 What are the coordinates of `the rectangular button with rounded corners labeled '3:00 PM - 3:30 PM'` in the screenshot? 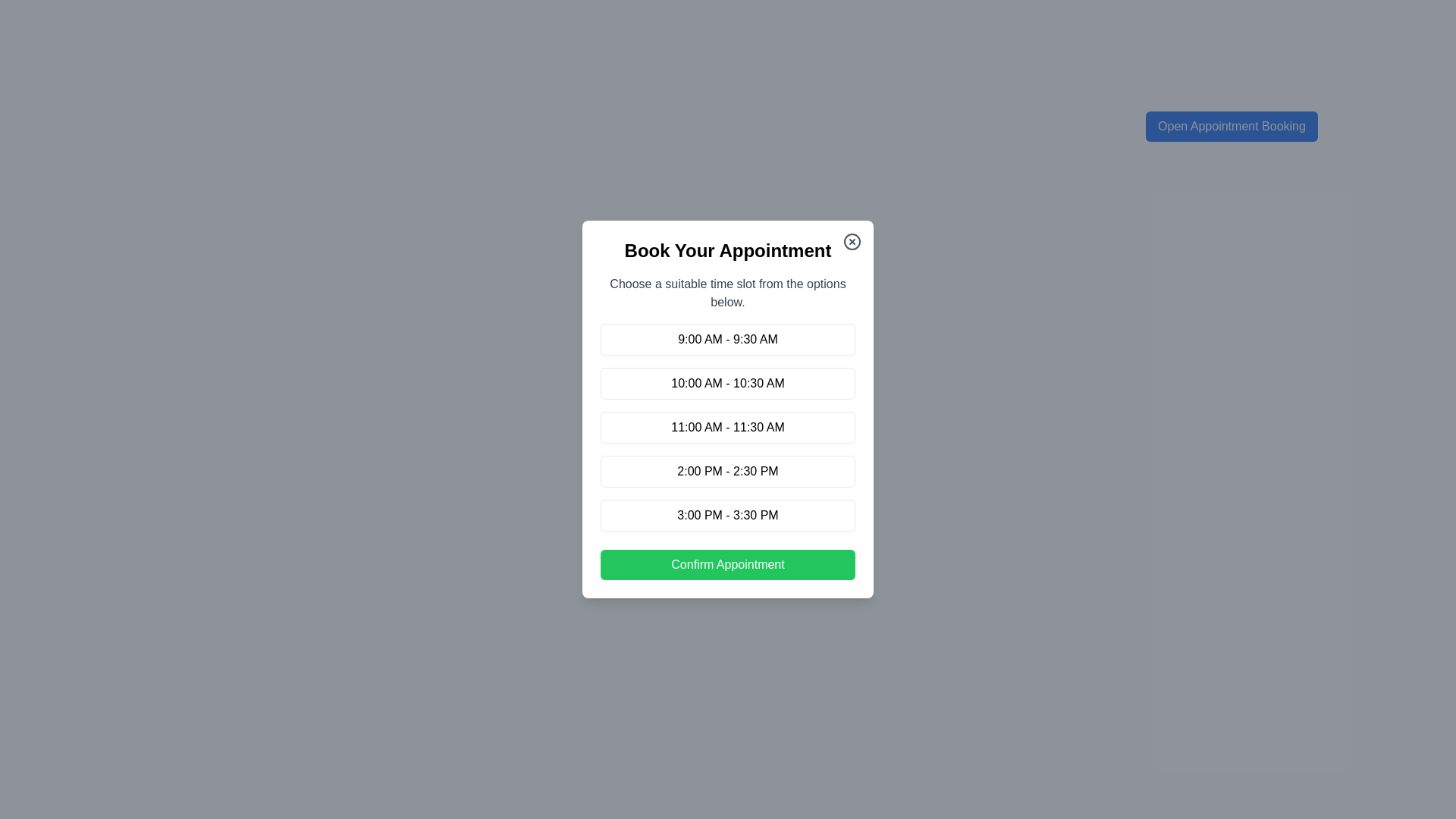 It's located at (728, 514).